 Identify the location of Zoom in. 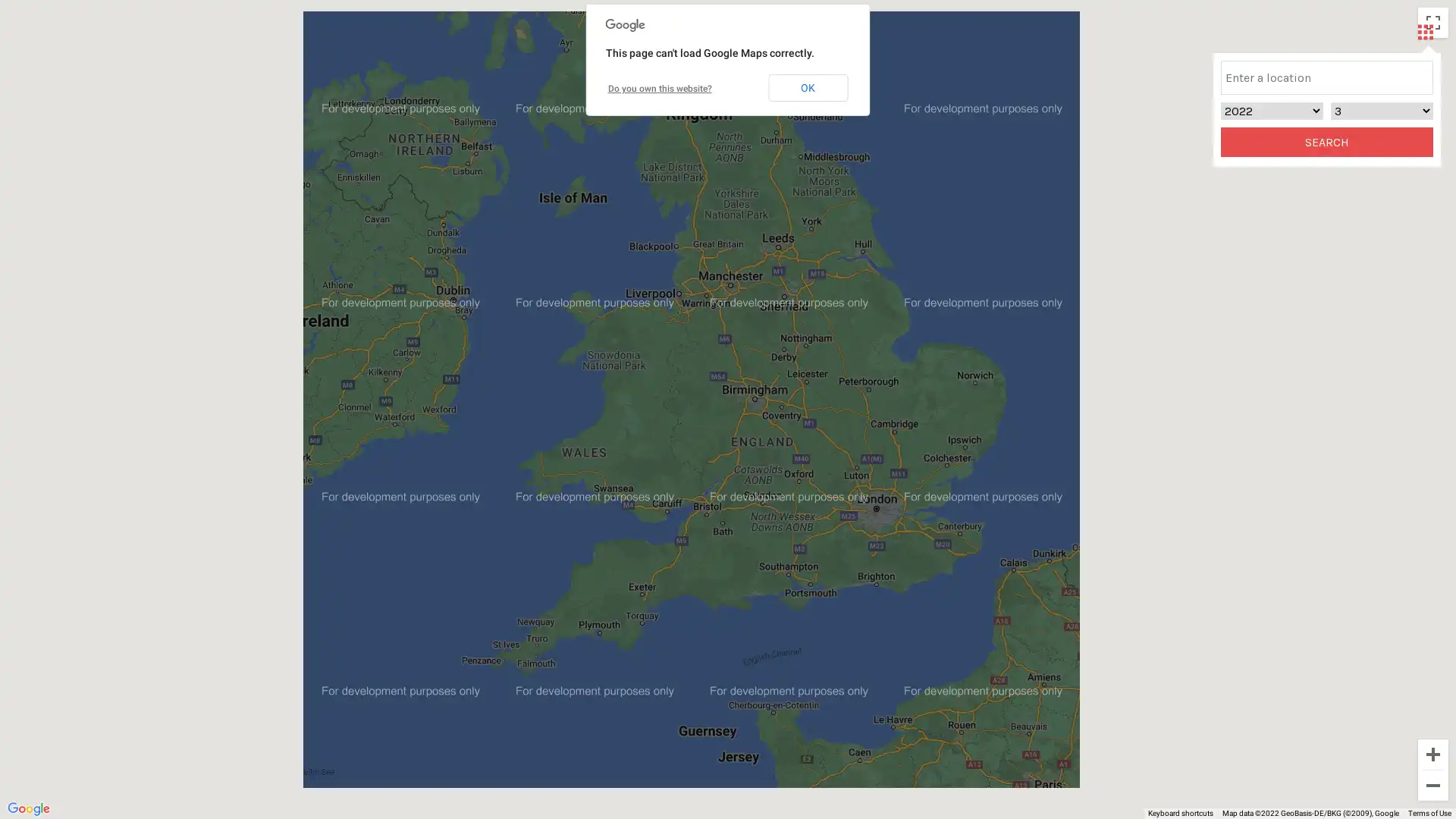
(1432, 755).